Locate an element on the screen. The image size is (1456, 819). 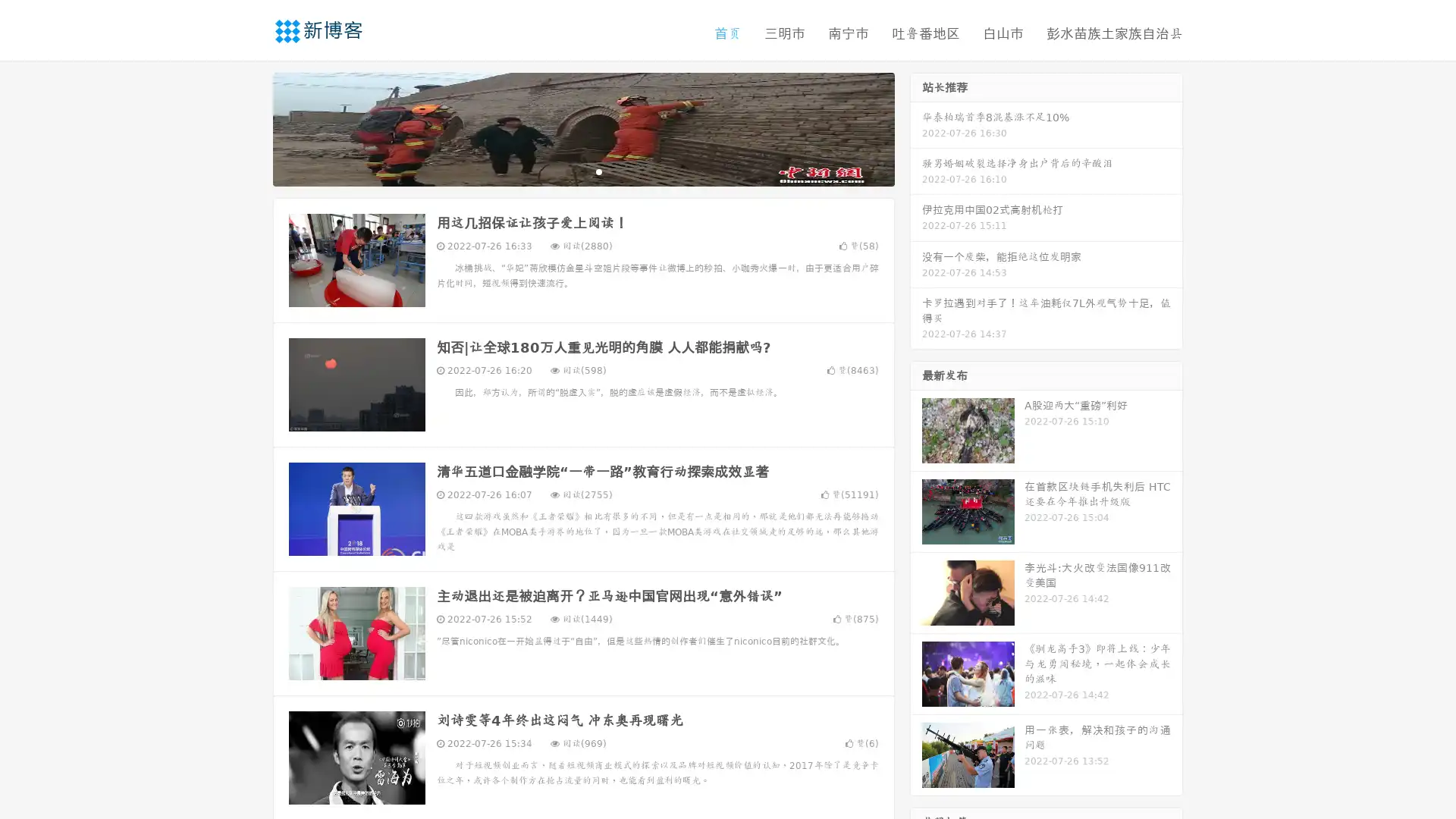
Previous slide is located at coordinates (250, 127).